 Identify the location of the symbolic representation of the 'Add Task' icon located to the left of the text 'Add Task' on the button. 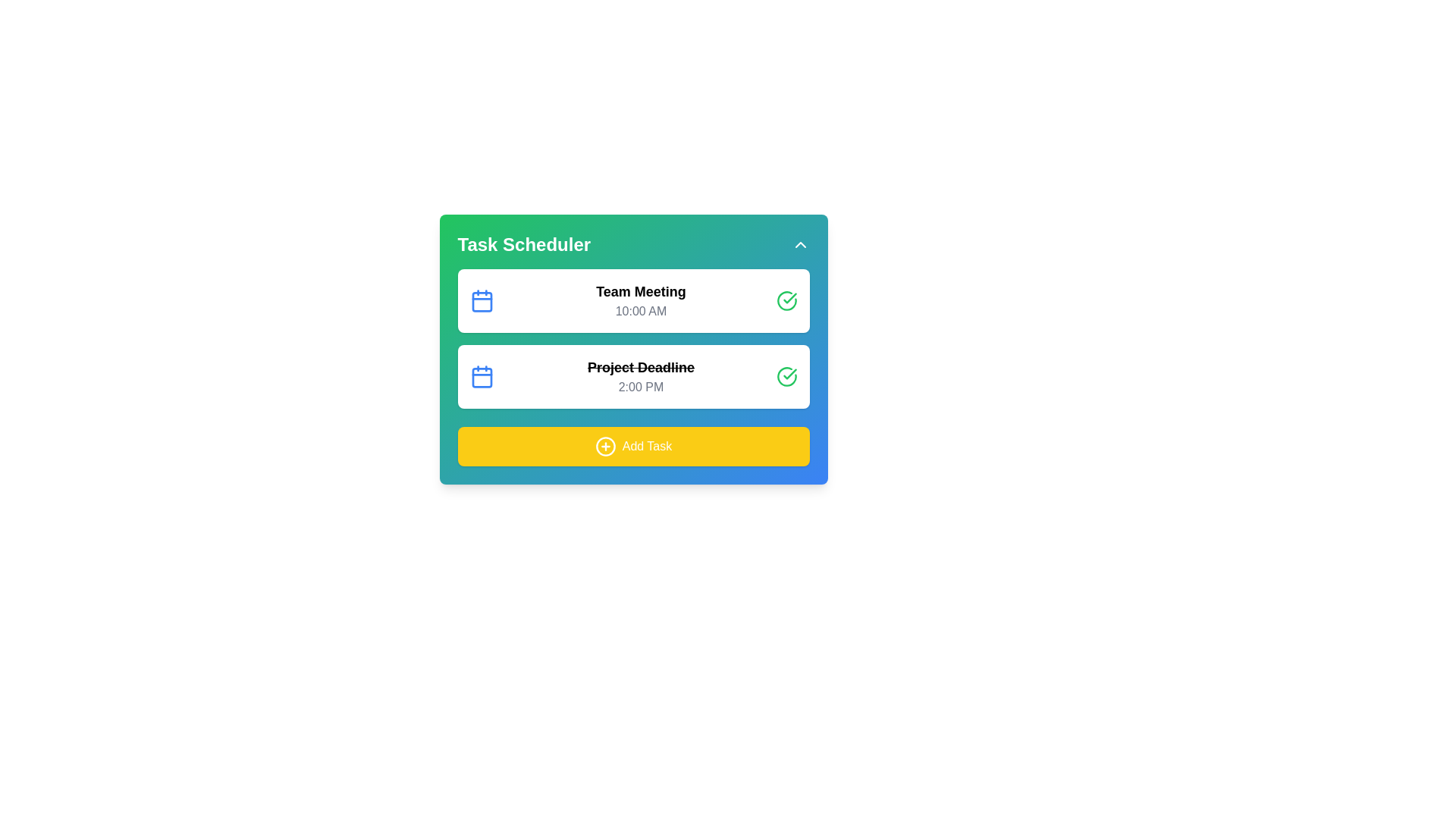
(604, 446).